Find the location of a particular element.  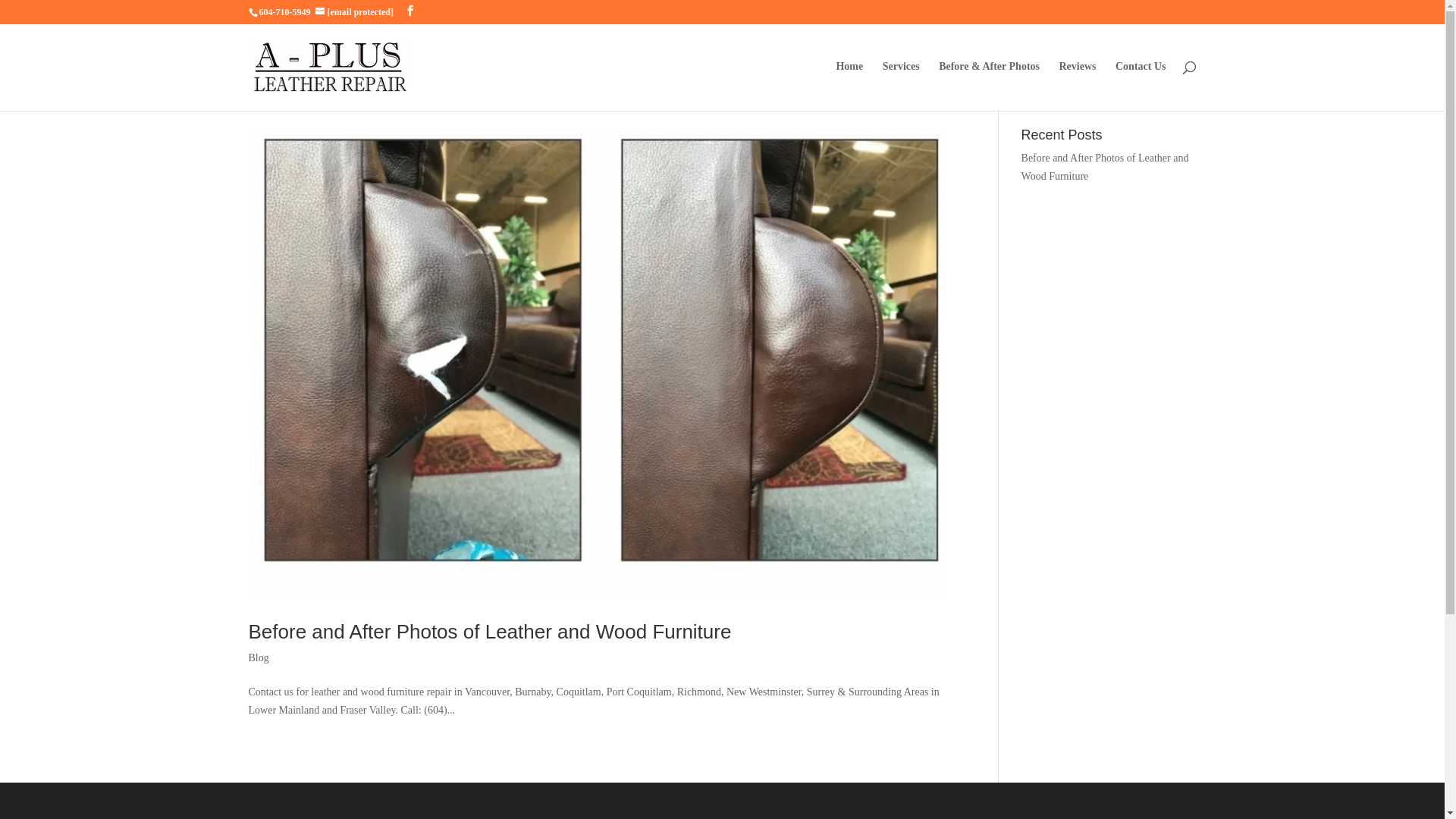

'Contact Us' is located at coordinates (1141, 86).